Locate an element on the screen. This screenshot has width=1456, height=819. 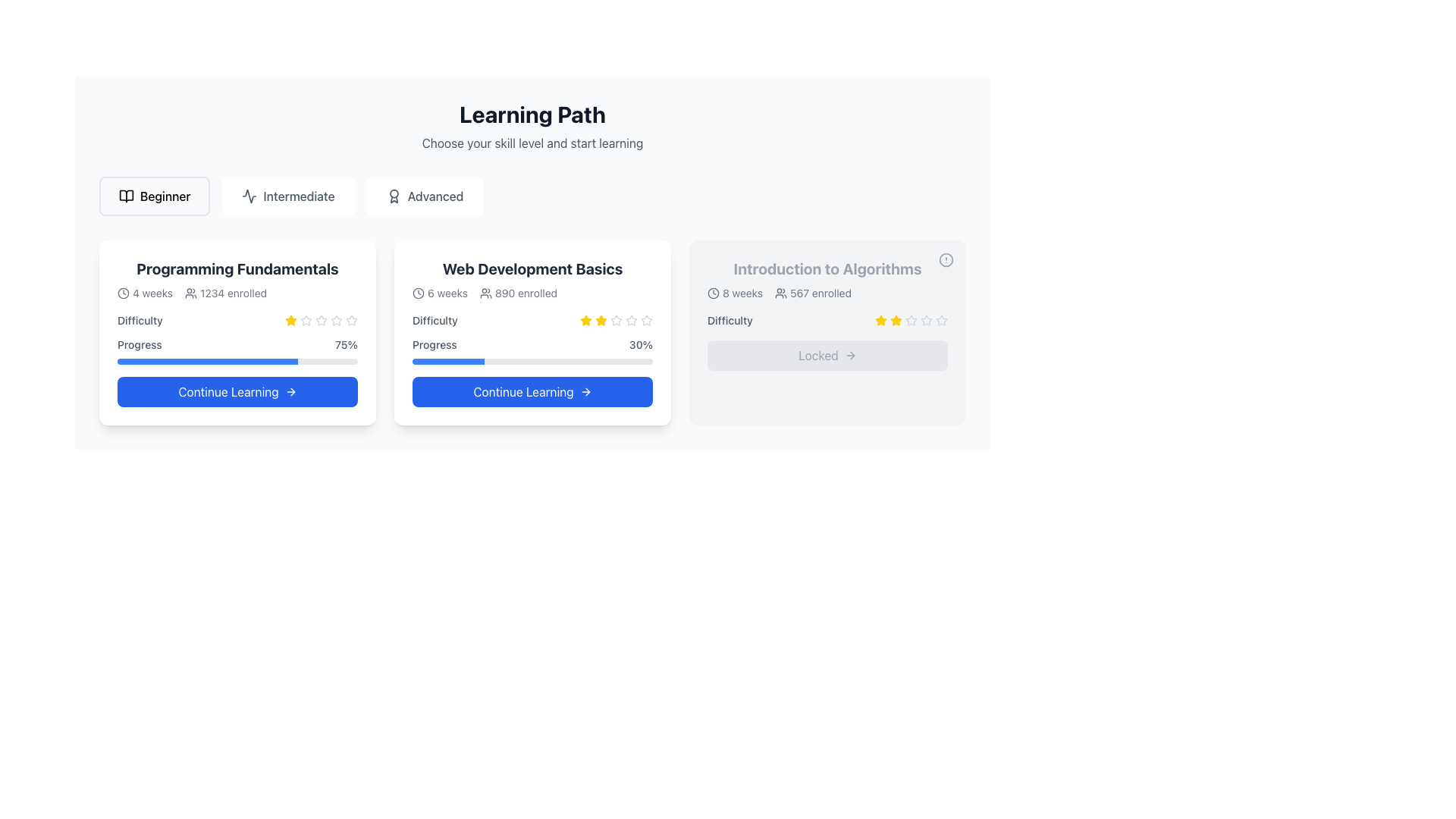
the 'Advanced' button which is the last button in a group of three is located at coordinates (425, 195).